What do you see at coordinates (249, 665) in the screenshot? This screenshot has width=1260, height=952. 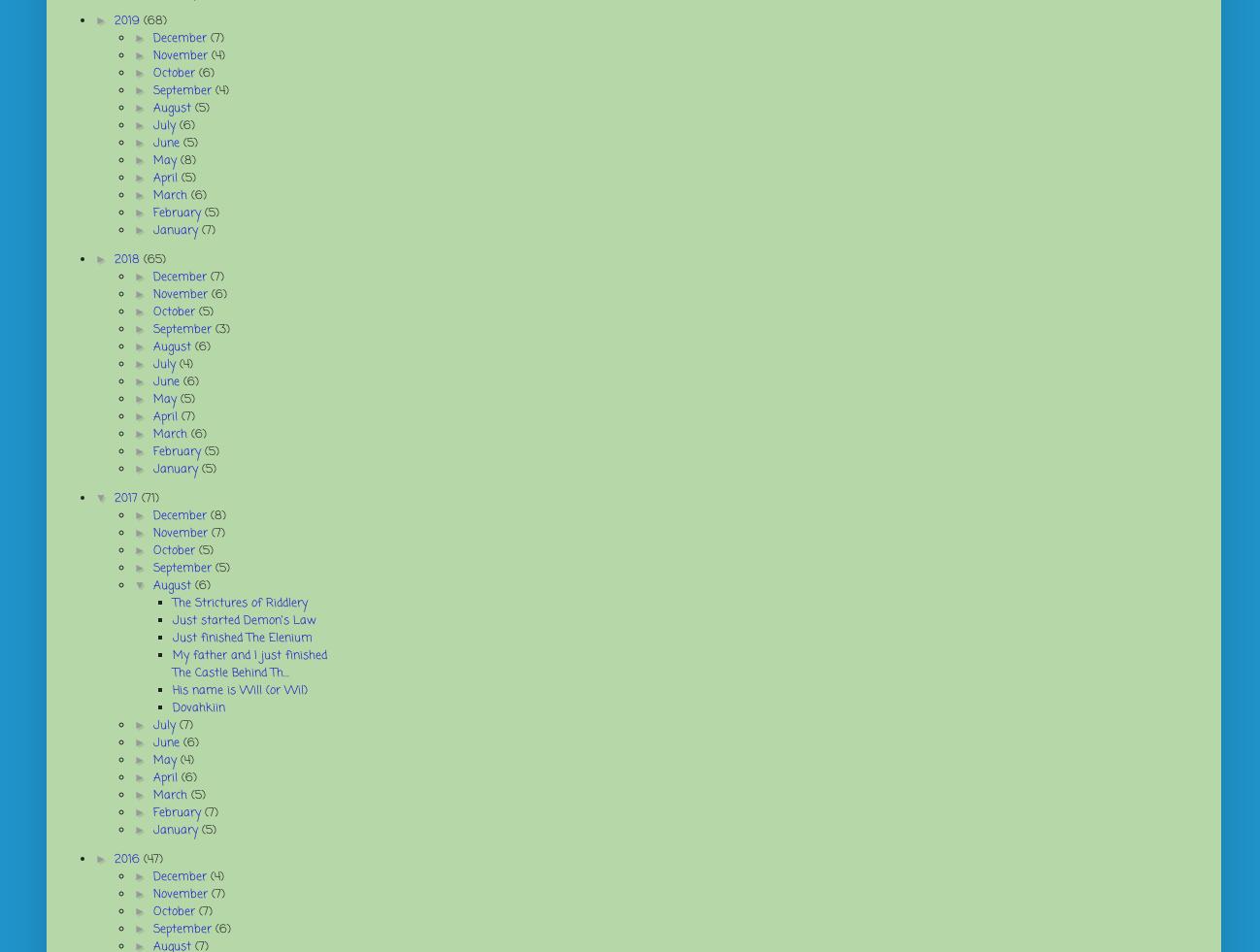 I see `'My father and I just finished The Castle Behind Th...'` at bounding box center [249, 665].